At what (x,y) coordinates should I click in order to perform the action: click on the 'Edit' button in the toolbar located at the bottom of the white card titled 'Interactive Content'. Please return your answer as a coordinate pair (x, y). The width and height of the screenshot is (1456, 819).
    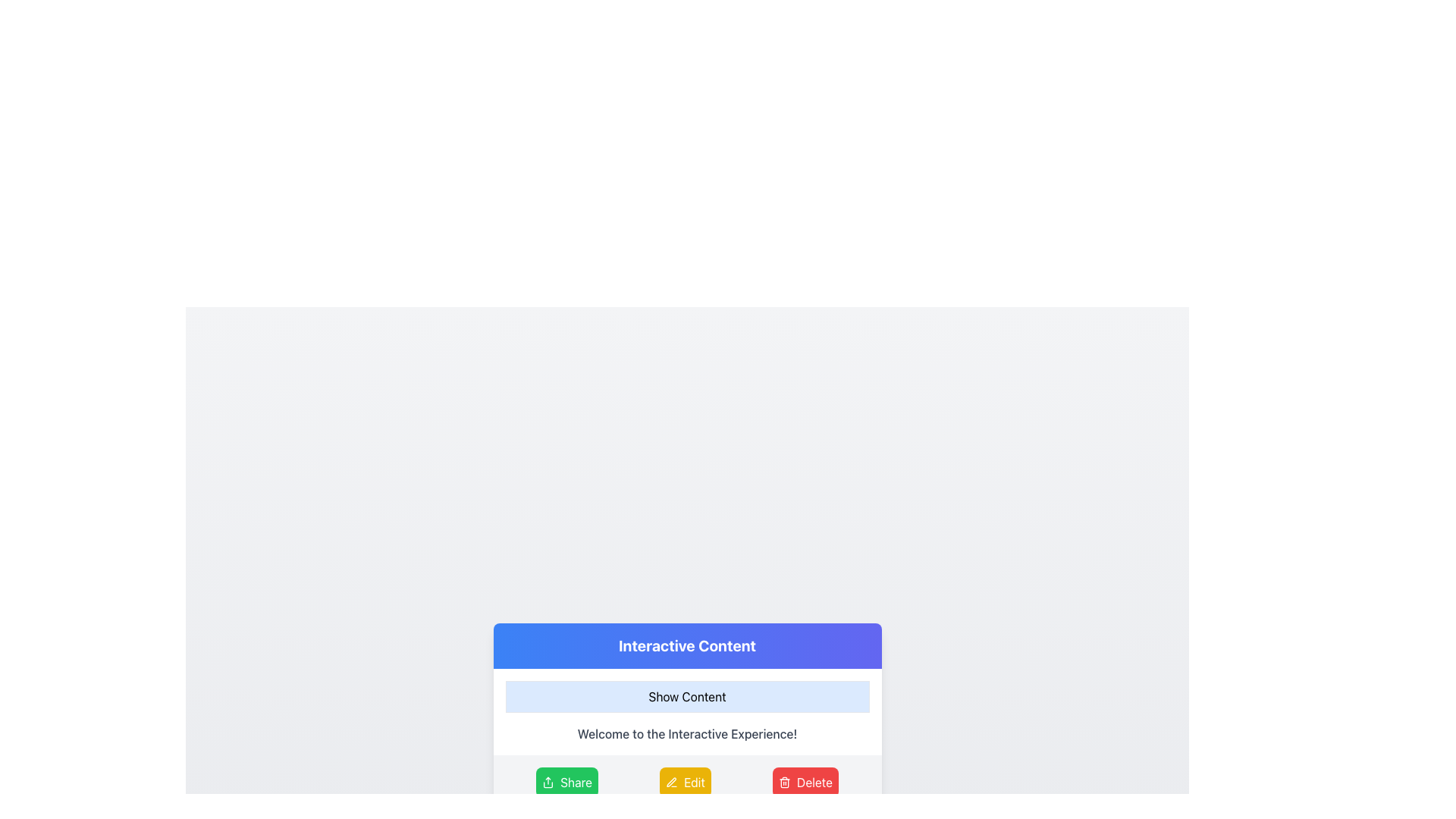
    Looking at the image, I should click on (686, 783).